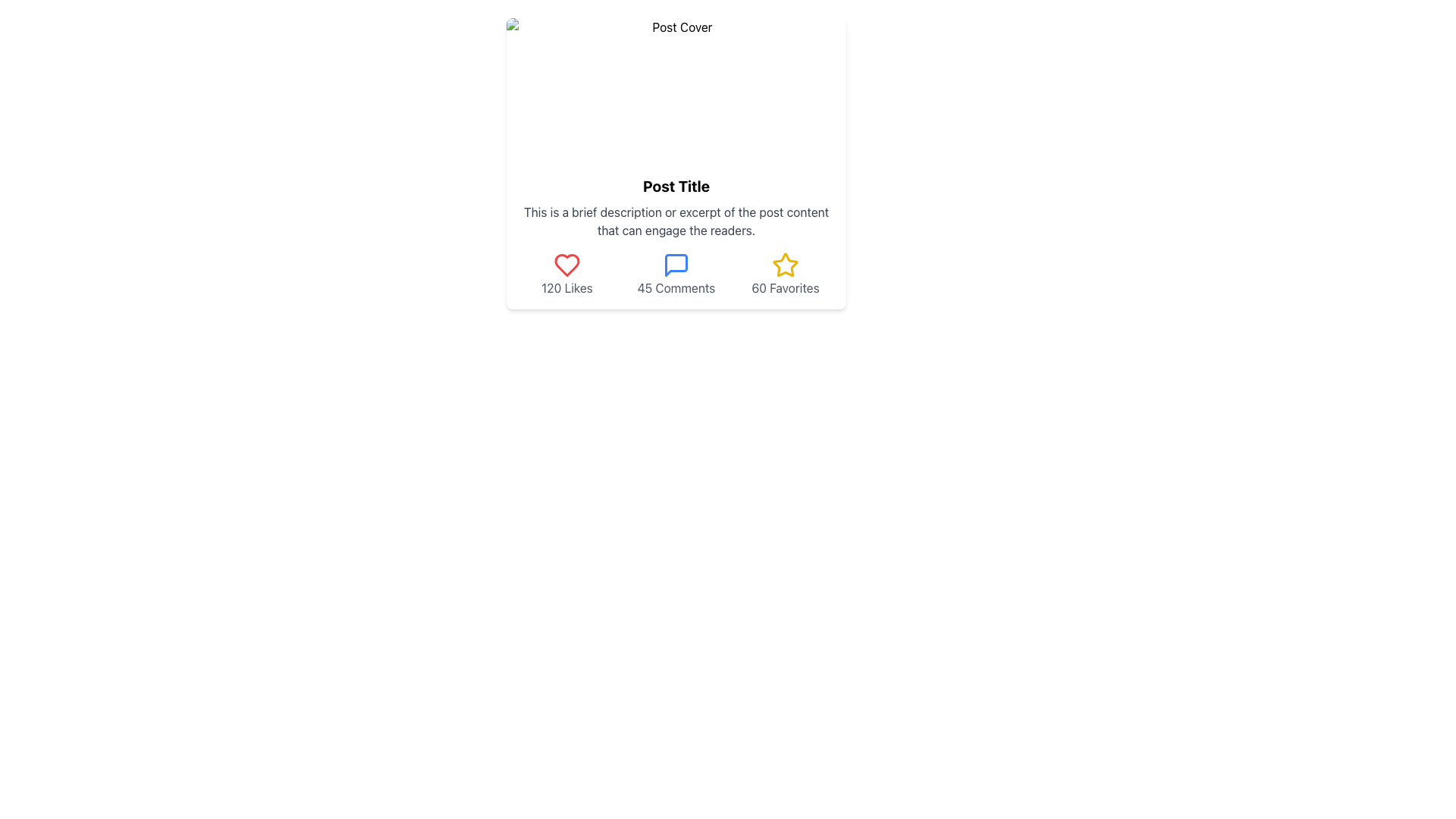 This screenshot has width=1456, height=819. What do you see at coordinates (566, 265) in the screenshot?
I see `the red heart icon positioned above the '120 Likes' label in the user interface` at bounding box center [566, 265].